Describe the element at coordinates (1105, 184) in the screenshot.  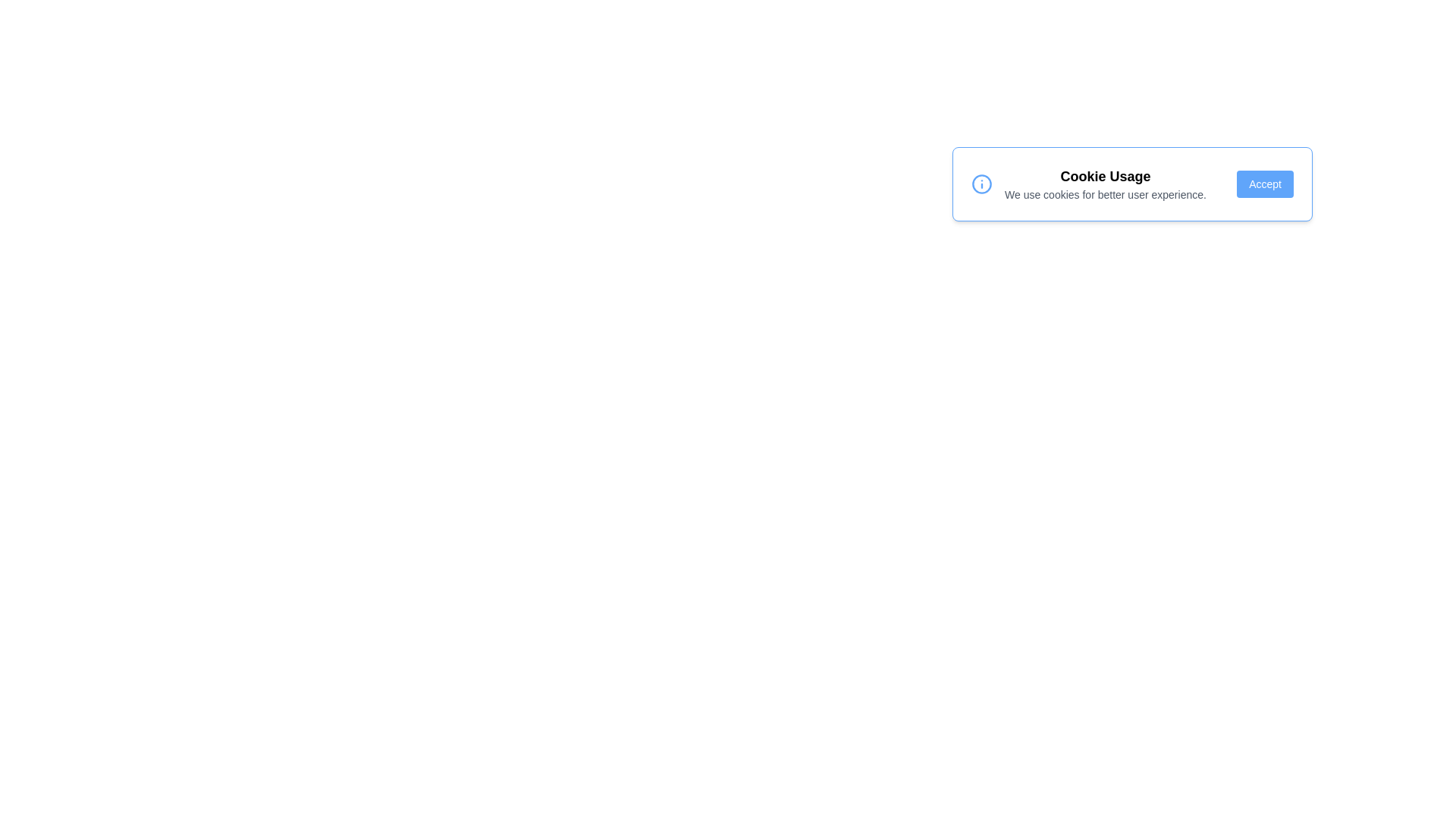
I see `the informational text block that displays the title 'Cookie Usage' and the subtitle 'We use cookies for better user experience.'` at that location.